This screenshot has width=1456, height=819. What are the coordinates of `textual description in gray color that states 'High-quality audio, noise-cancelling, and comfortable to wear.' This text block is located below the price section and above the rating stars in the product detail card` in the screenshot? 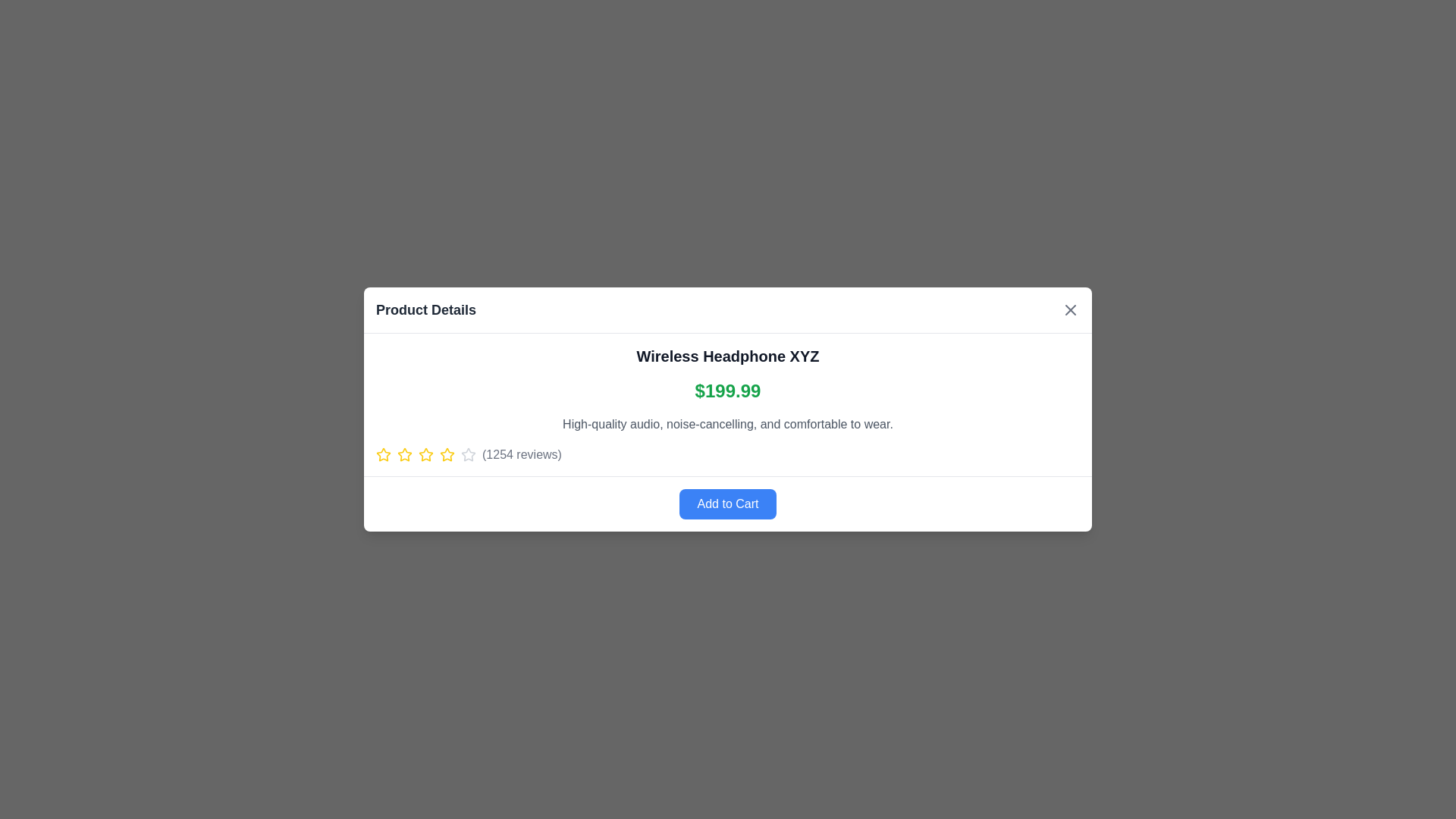 It's located at (728, 424).